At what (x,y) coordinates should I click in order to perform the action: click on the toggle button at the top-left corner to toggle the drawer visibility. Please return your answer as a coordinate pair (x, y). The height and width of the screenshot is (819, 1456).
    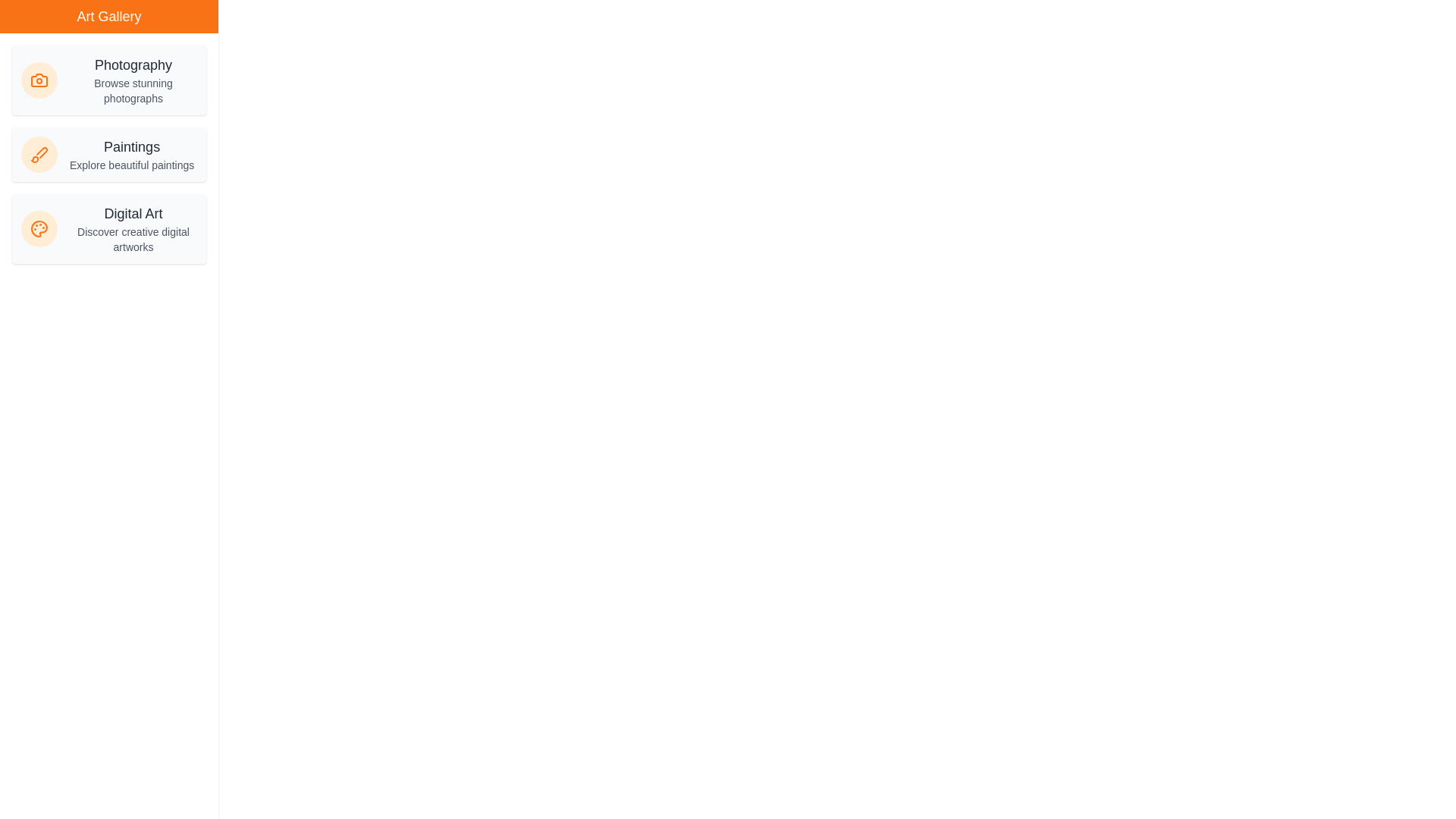
    Looking at the image, I should click on (30, 30).